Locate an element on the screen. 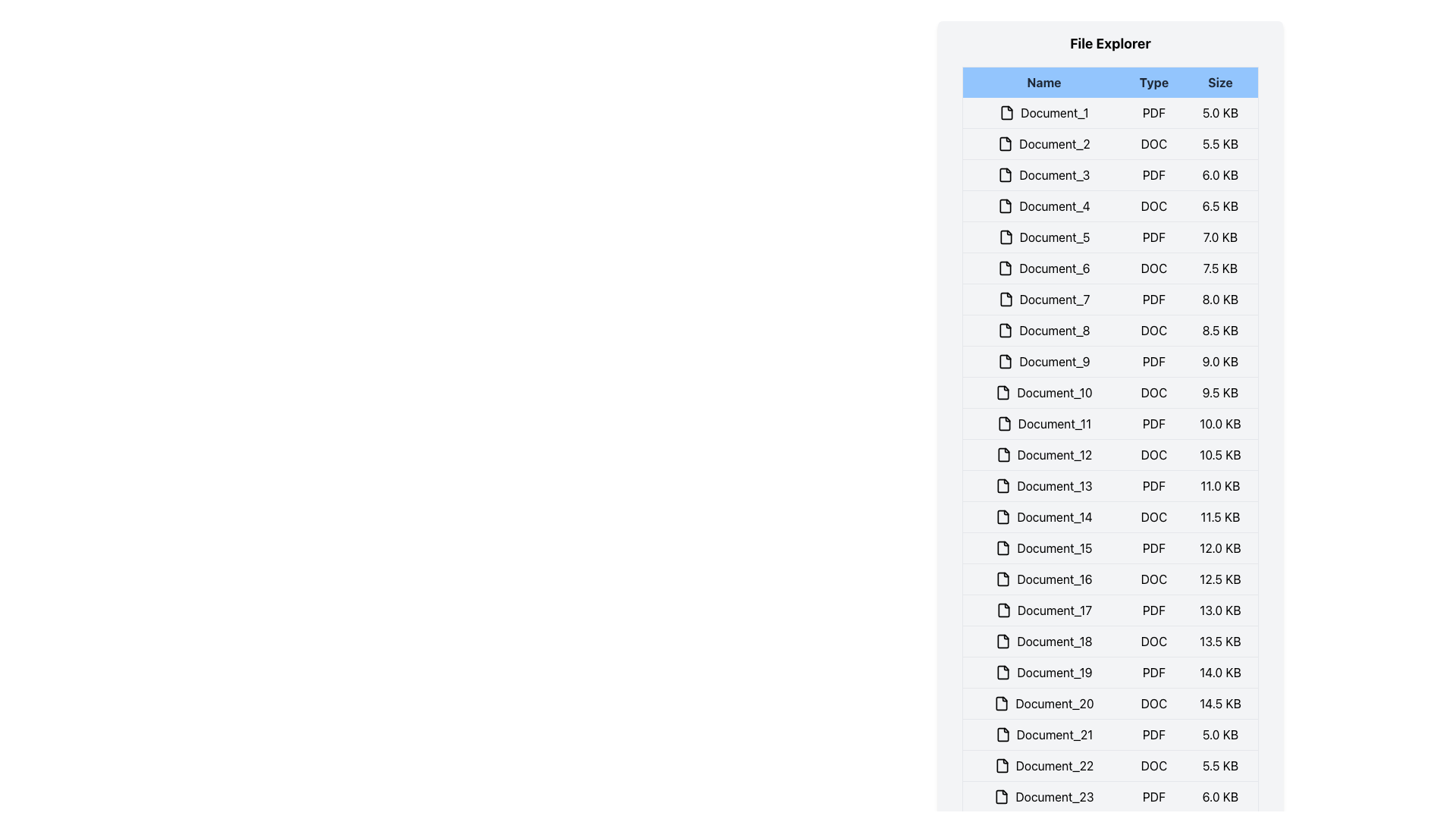  the static text label 'Document_10' is located at coordinates (1043, 391).